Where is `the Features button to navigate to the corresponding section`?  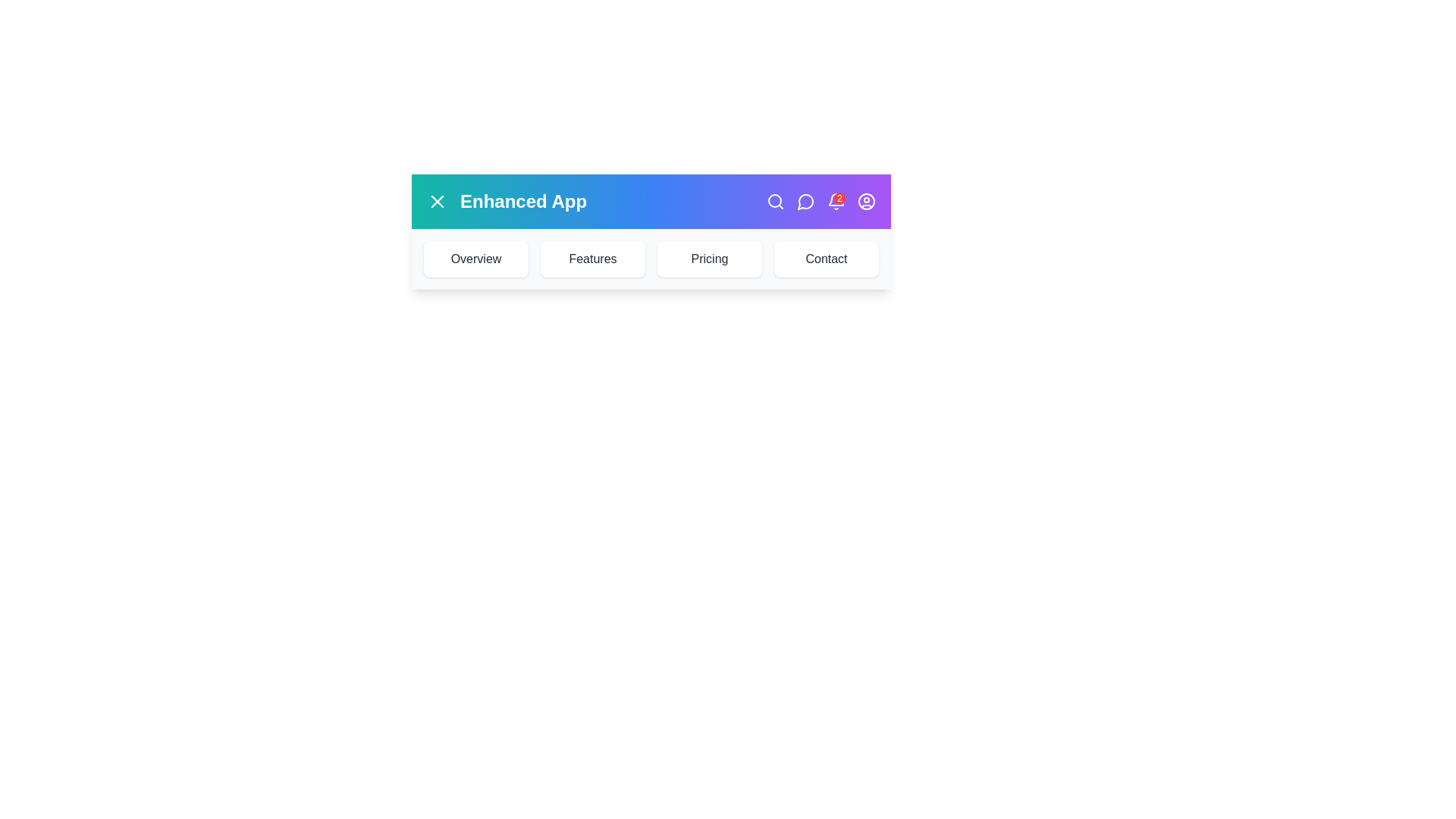
the Features button to navigate to the corresponding section is located at coordinates (592, 259).